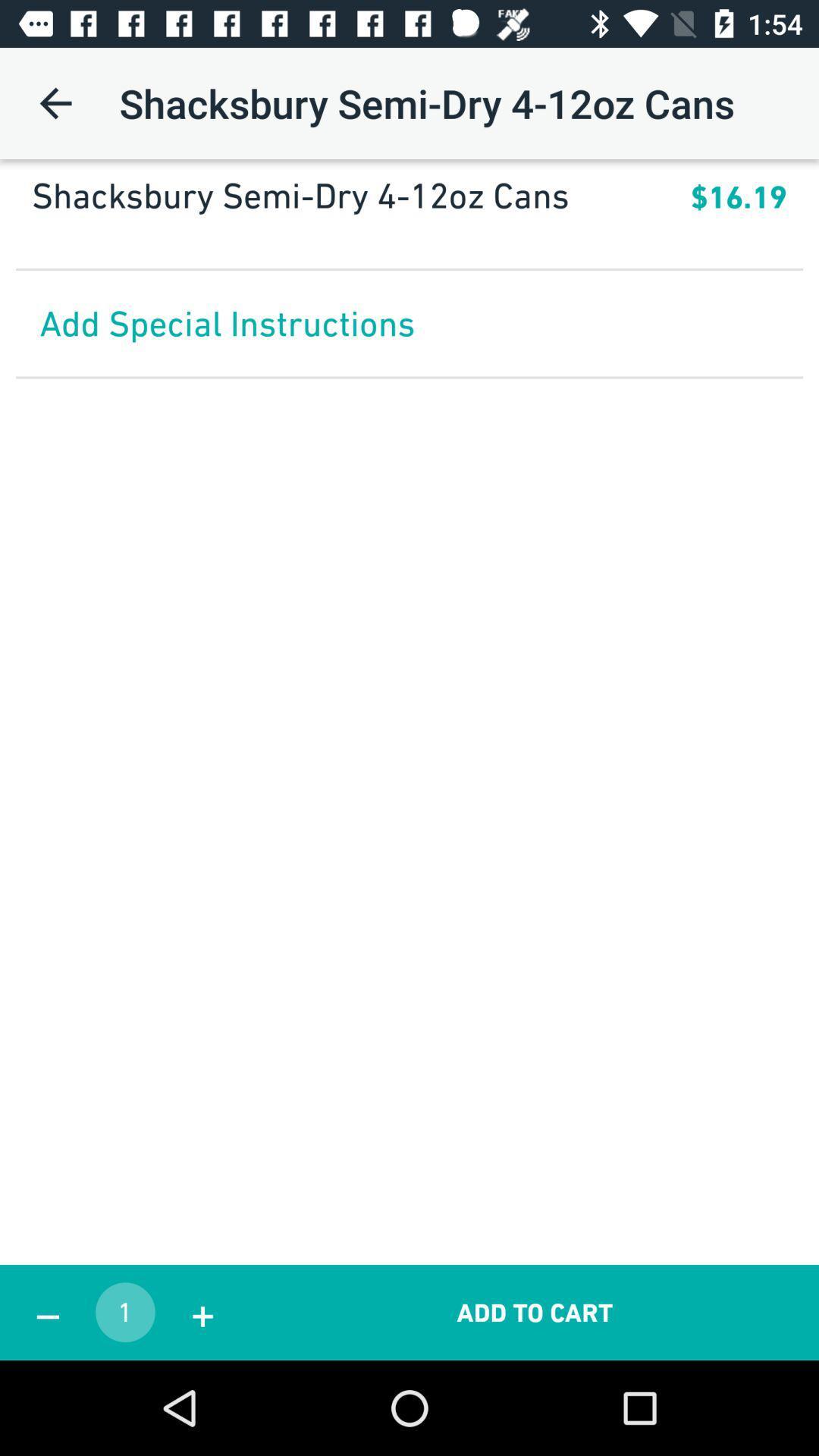 The height and width of the screenshot is (1456, 819). What do you see at coordinates (534, 1312) in the screenshot?
I see `the button next to the + icon` at bounding box center [534, 1312].